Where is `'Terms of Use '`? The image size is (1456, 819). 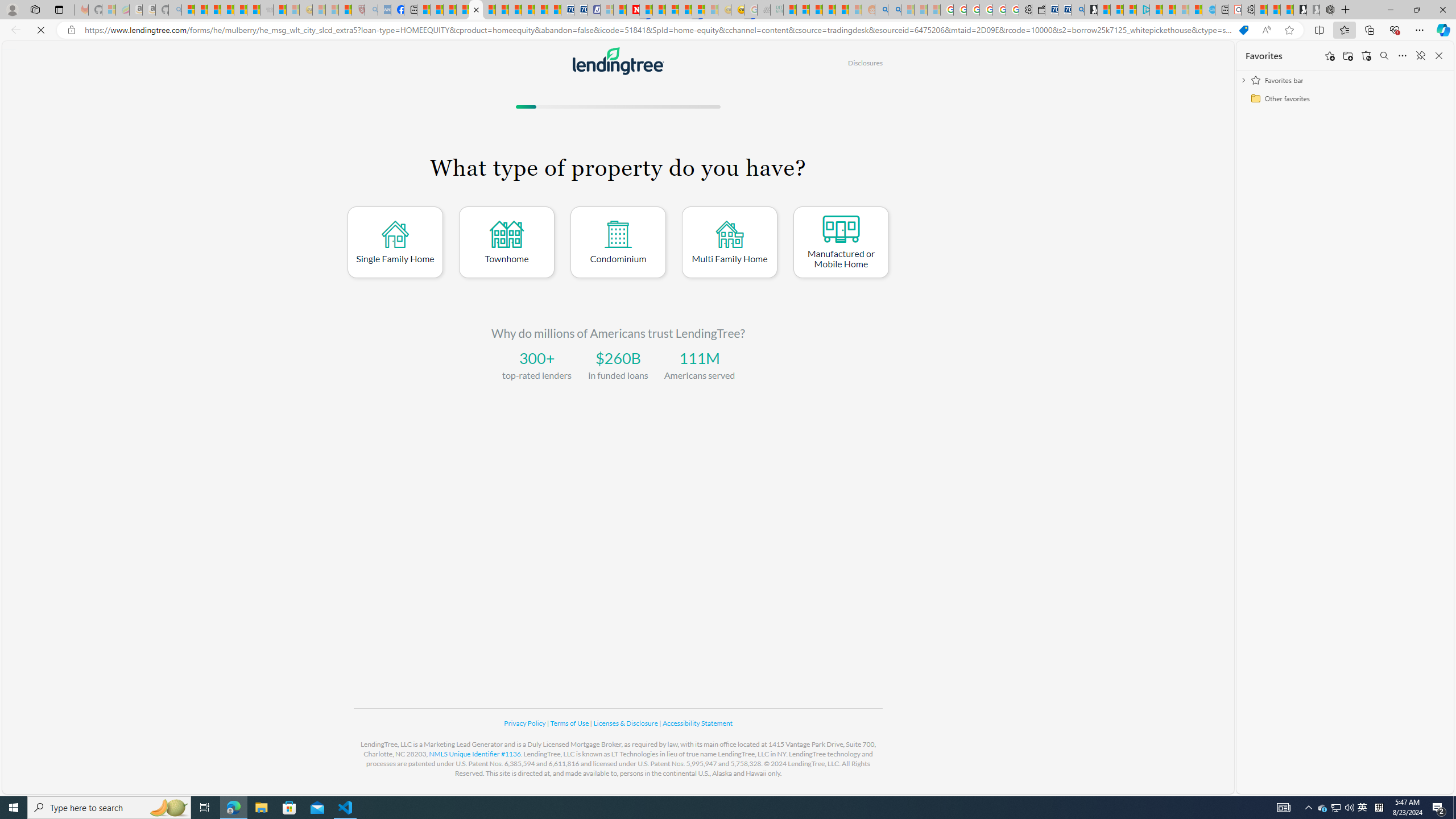 'Terms of Use ' is located at coordinates (570, 723).